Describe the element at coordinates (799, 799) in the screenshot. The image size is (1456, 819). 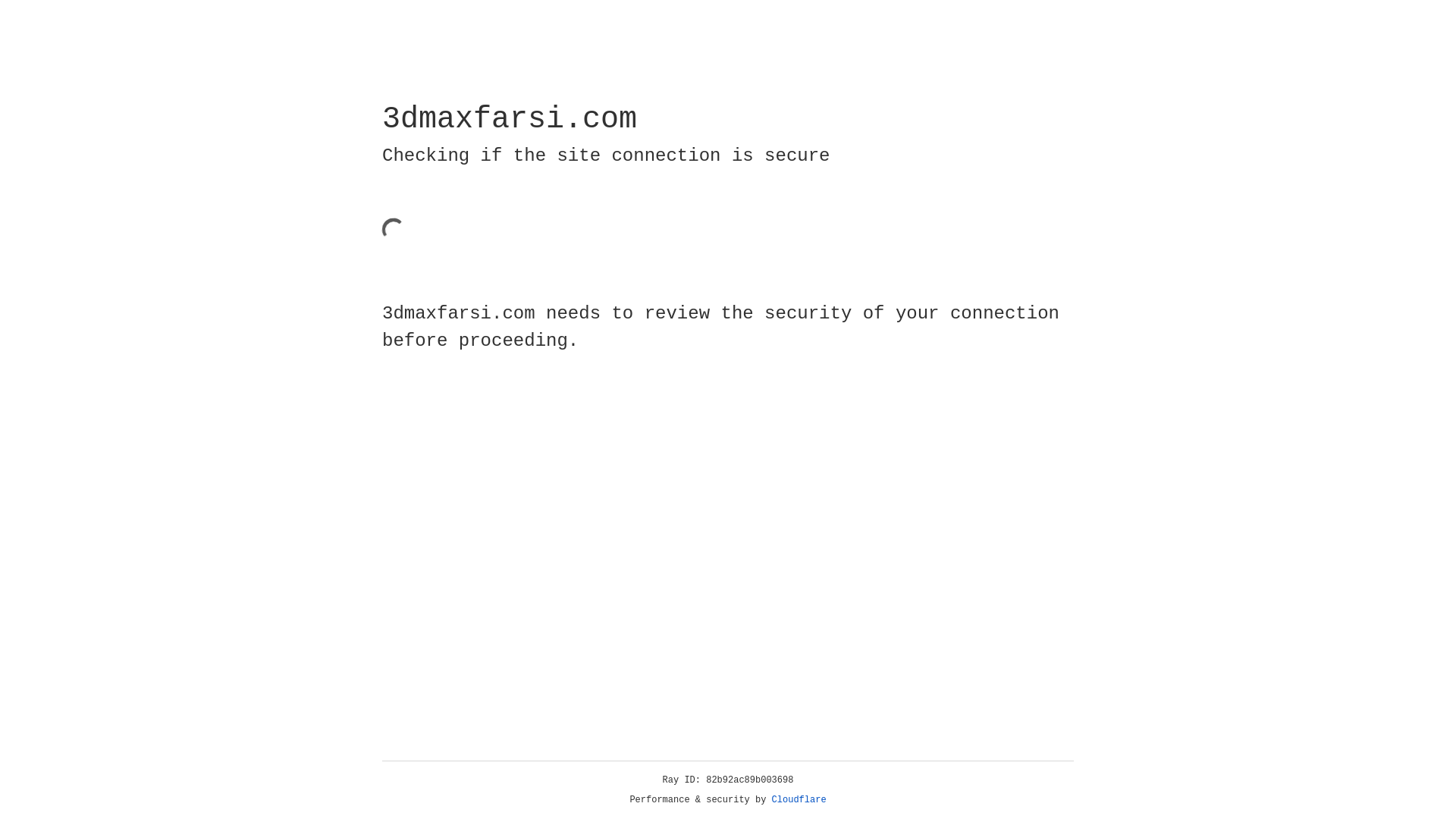
I see `'Cloudflare'` at that location.